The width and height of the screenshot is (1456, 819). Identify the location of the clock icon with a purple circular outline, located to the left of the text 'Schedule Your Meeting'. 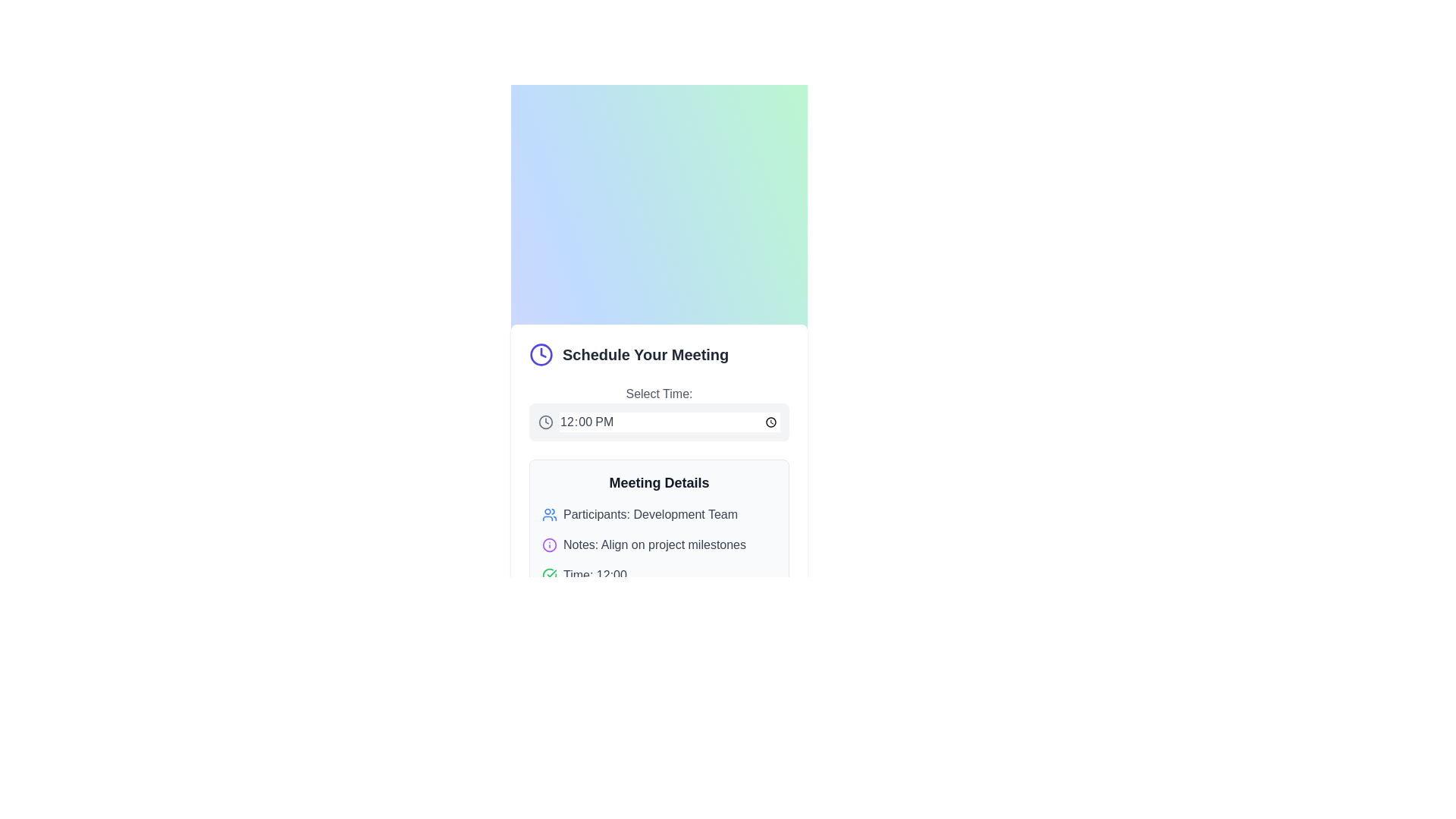
(541, 354).